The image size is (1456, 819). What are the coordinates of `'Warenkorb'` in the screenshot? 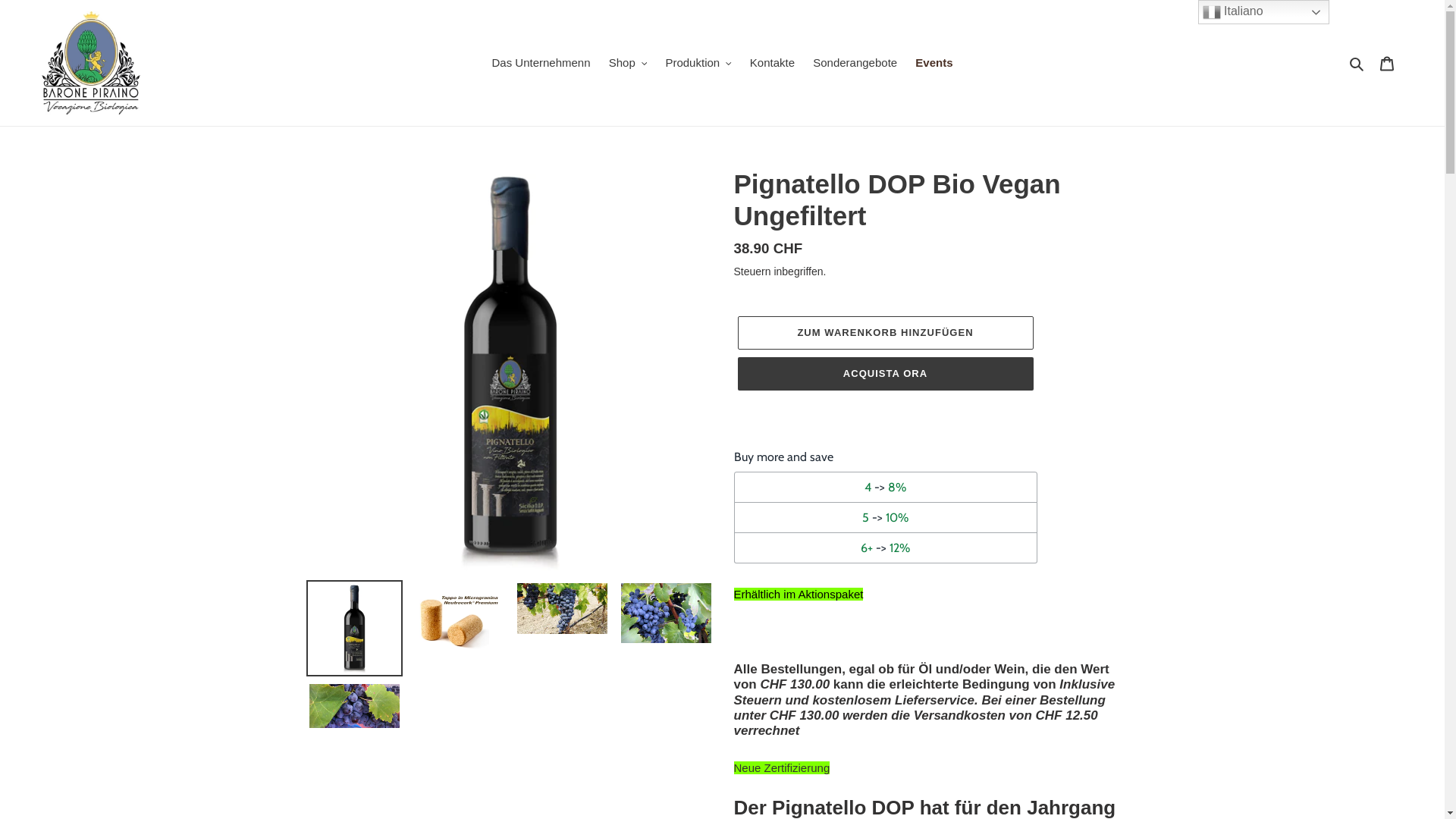 It's located at (1386, 62).